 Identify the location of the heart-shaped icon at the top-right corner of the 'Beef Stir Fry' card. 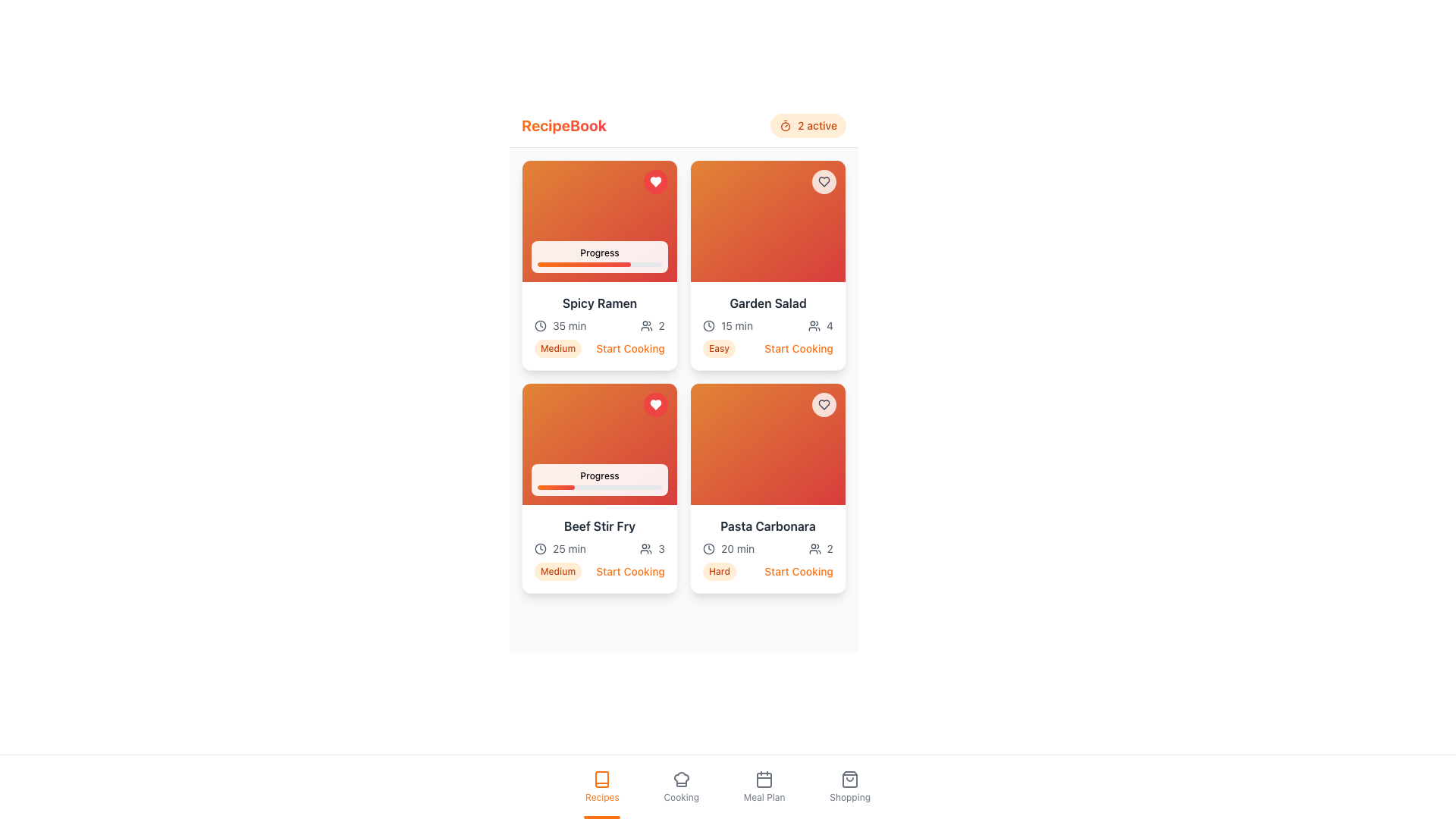
(655, 403).